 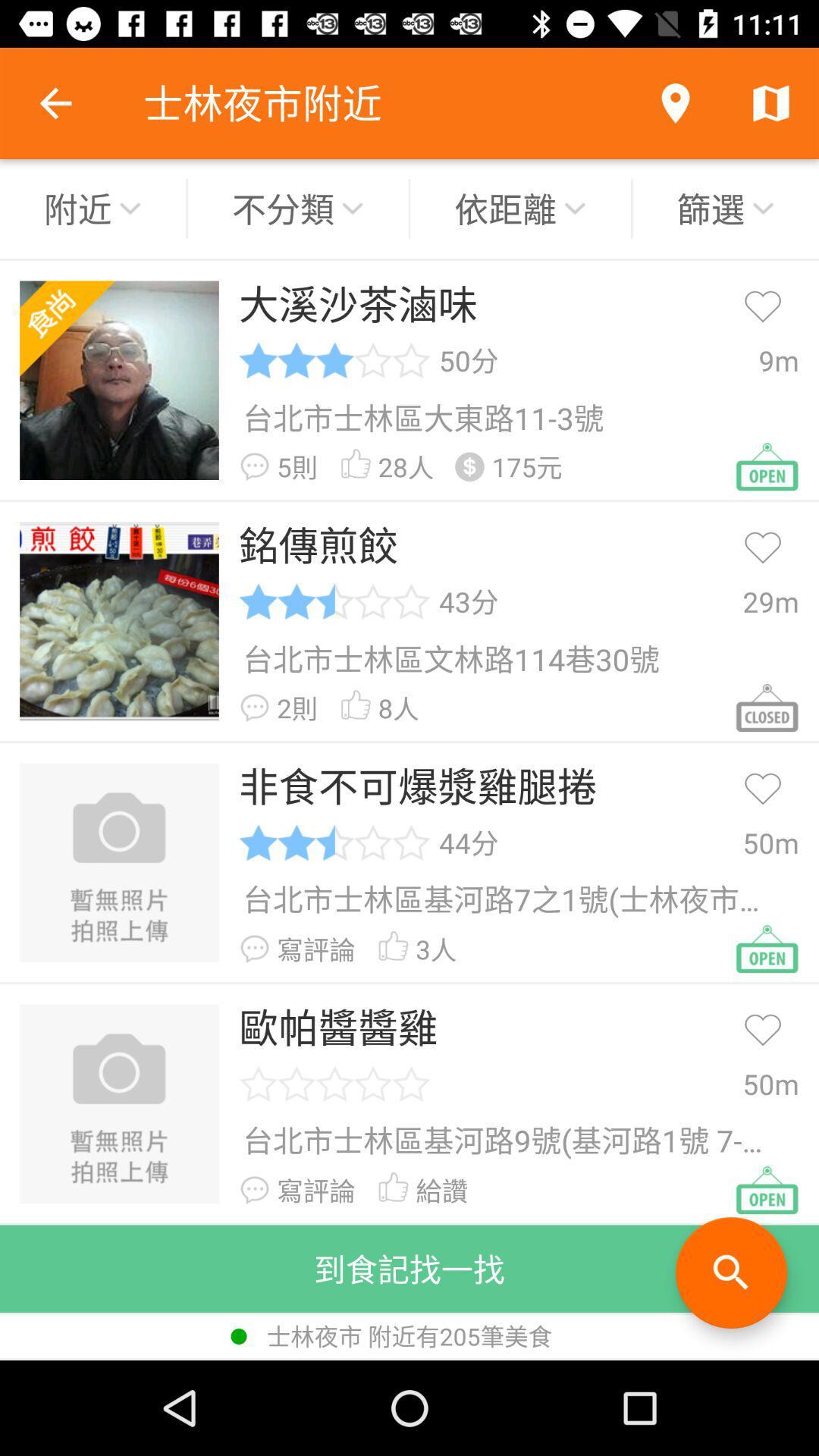 I want to click on the search icon, so click(x=730, y=1272).